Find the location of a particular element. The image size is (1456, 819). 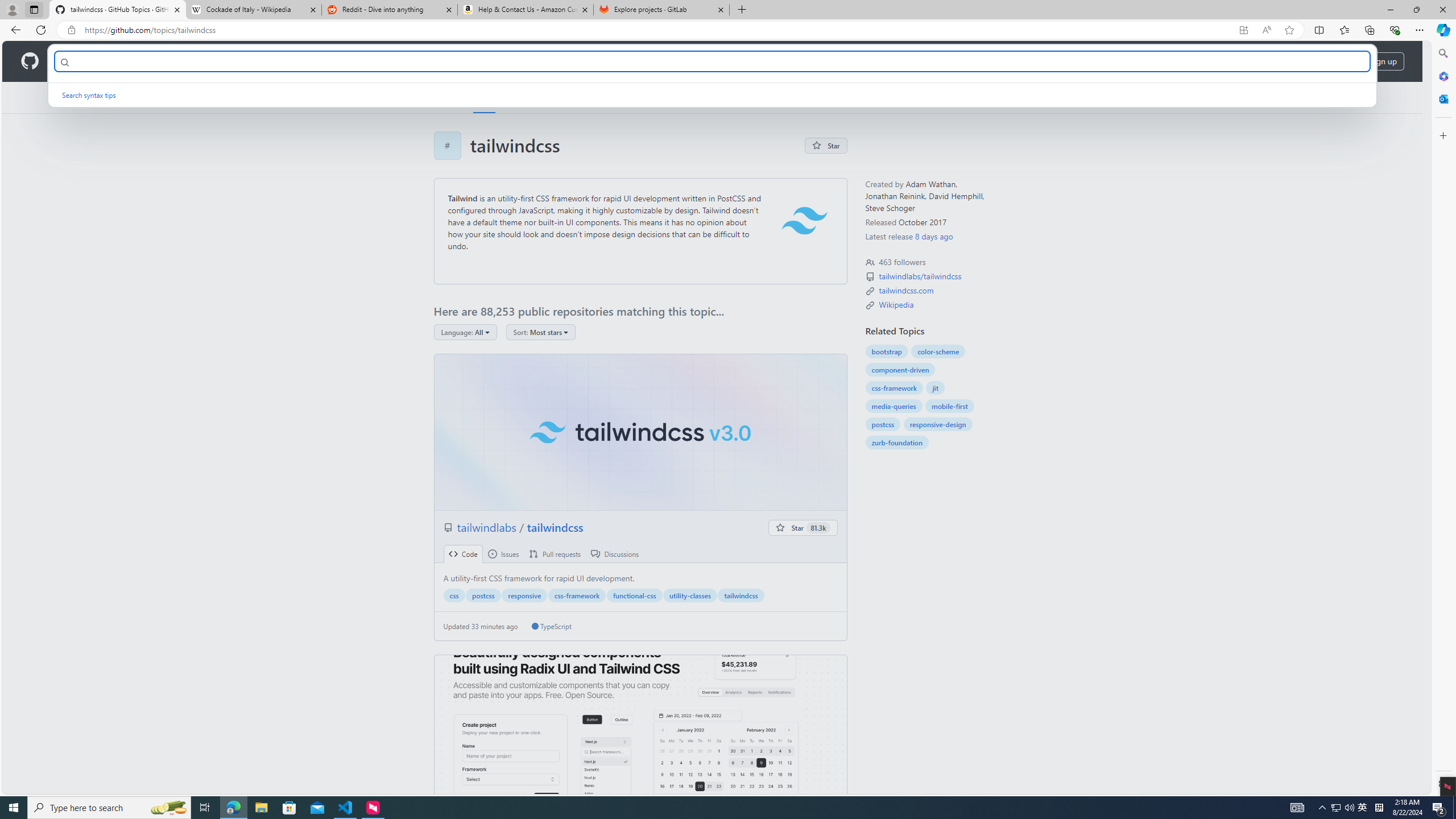

'media-queries' is located at coordinates (893, 406).